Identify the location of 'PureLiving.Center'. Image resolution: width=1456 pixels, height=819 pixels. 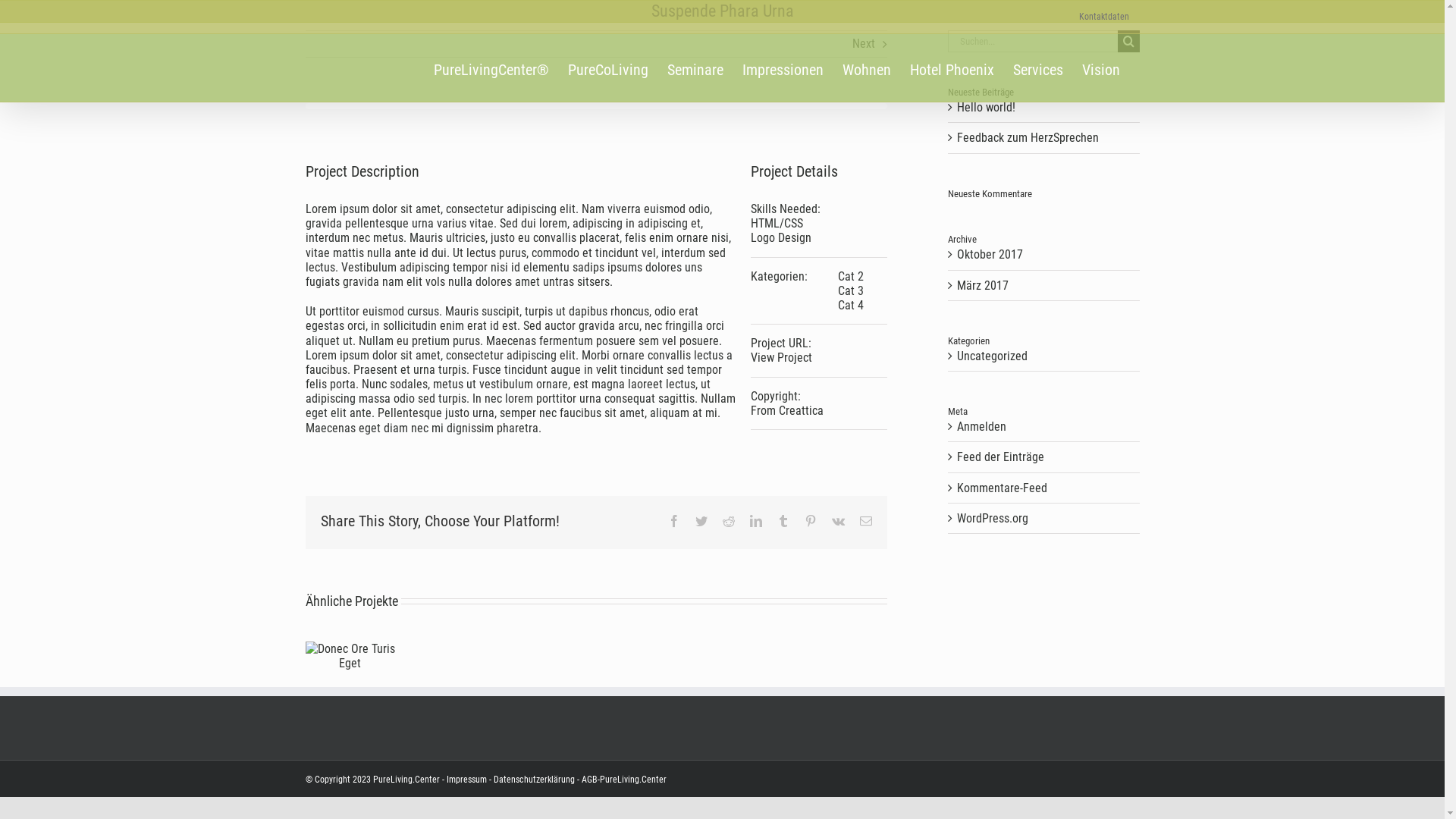
(406, 780).